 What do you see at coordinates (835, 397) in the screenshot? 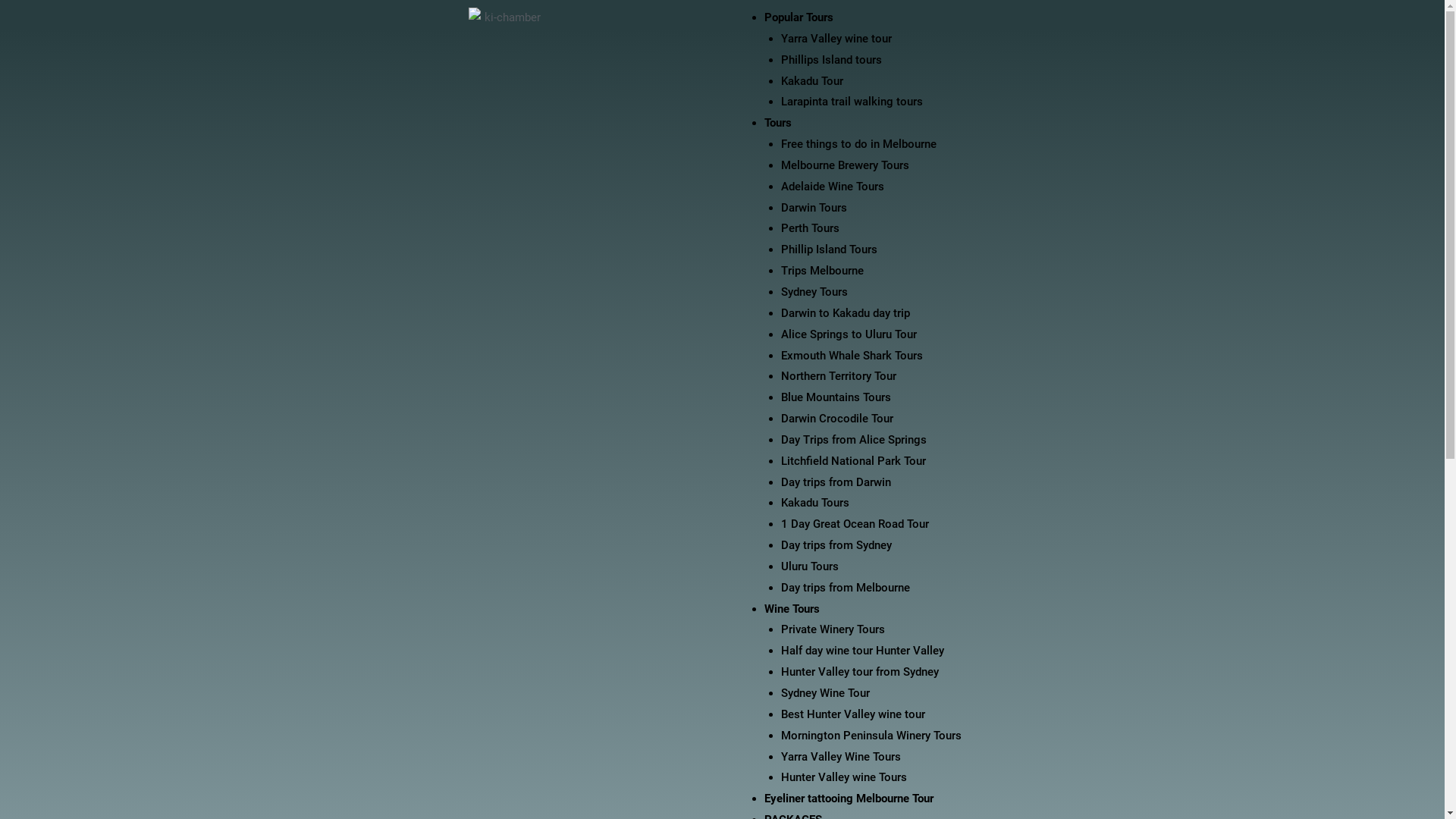
I see `'Blue Mountains Tours'` at bounding box center [835, 397].